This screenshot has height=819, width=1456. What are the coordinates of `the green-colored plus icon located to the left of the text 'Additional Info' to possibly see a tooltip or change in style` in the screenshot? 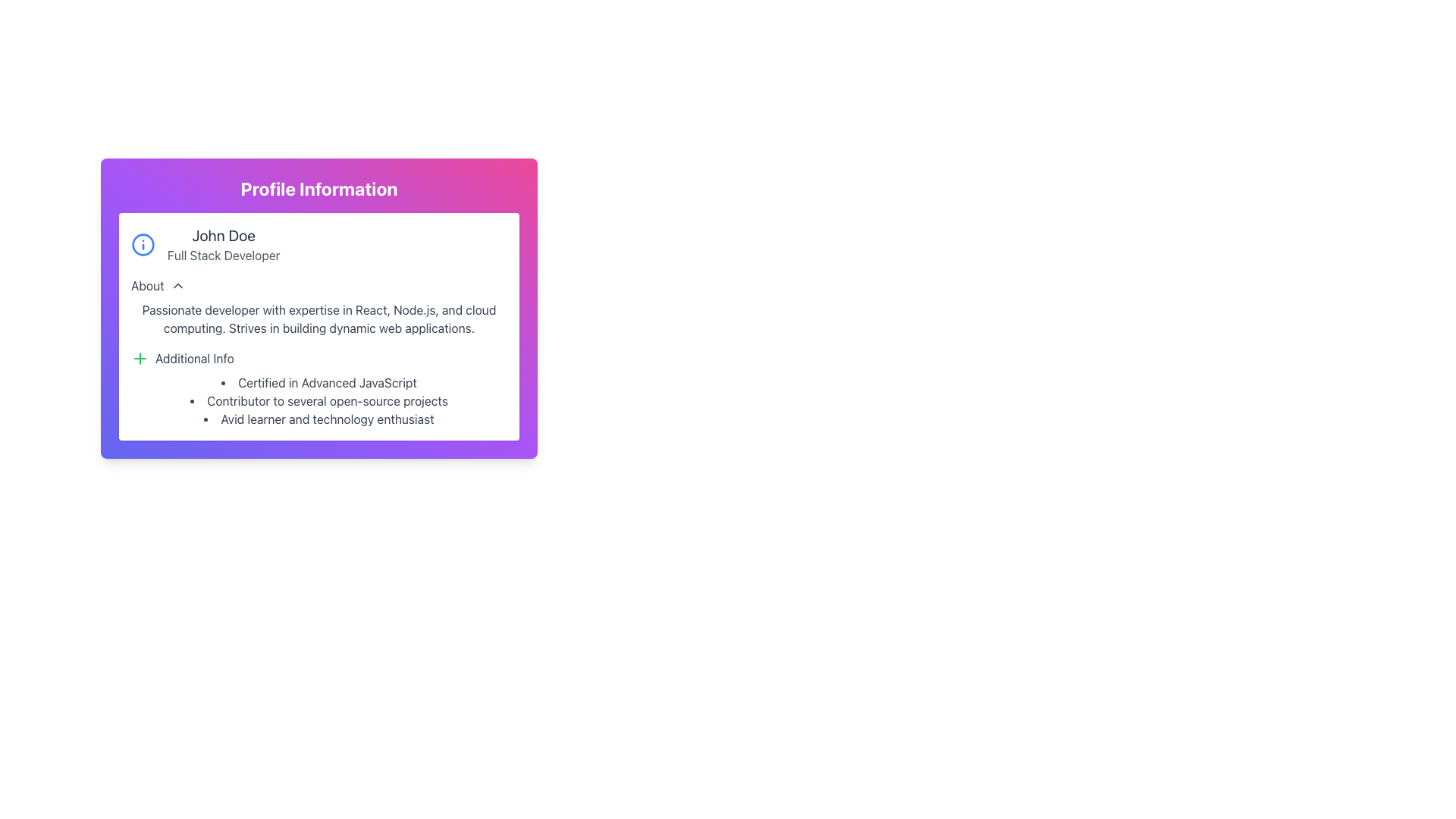 It's located at (140, 359).